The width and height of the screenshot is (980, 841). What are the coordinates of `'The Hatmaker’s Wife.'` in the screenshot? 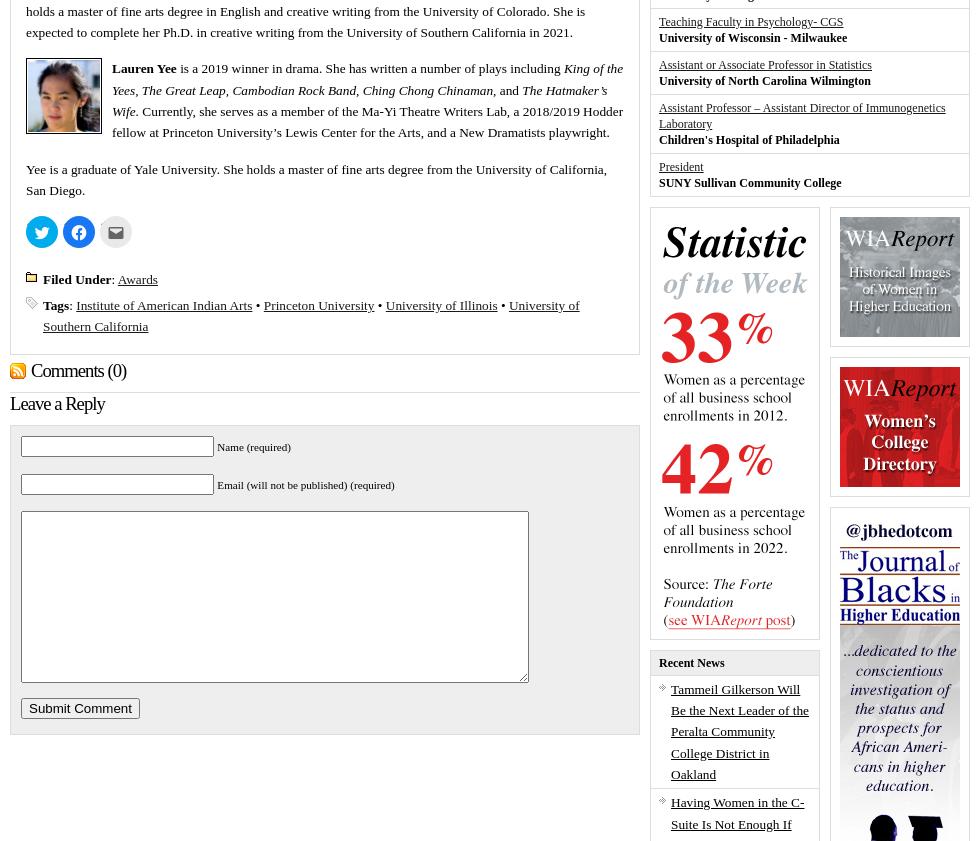 It's located at (359, 98).